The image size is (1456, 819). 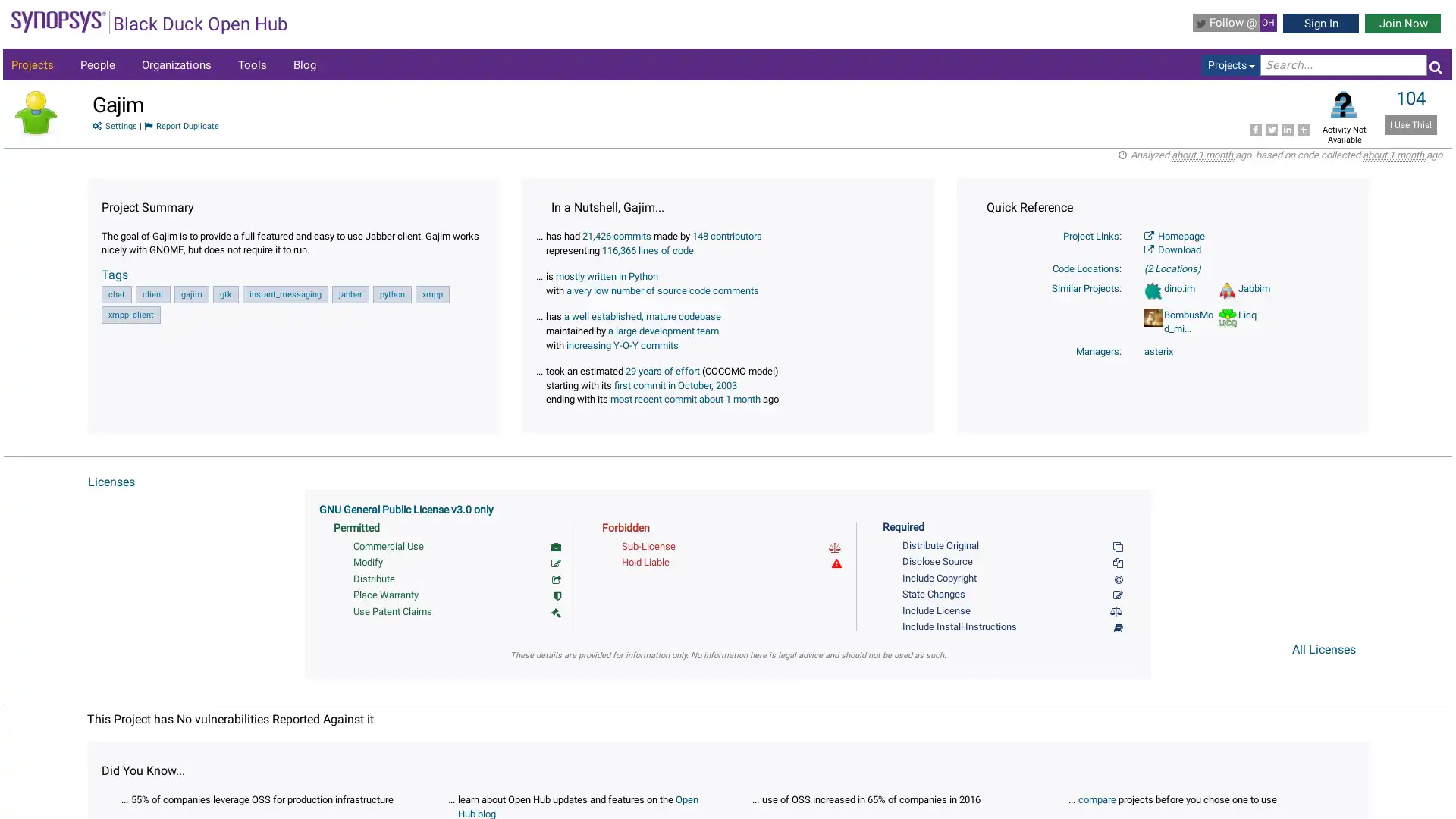 I want to click on Share to LinkedIn, so click(x=1286, y=128).